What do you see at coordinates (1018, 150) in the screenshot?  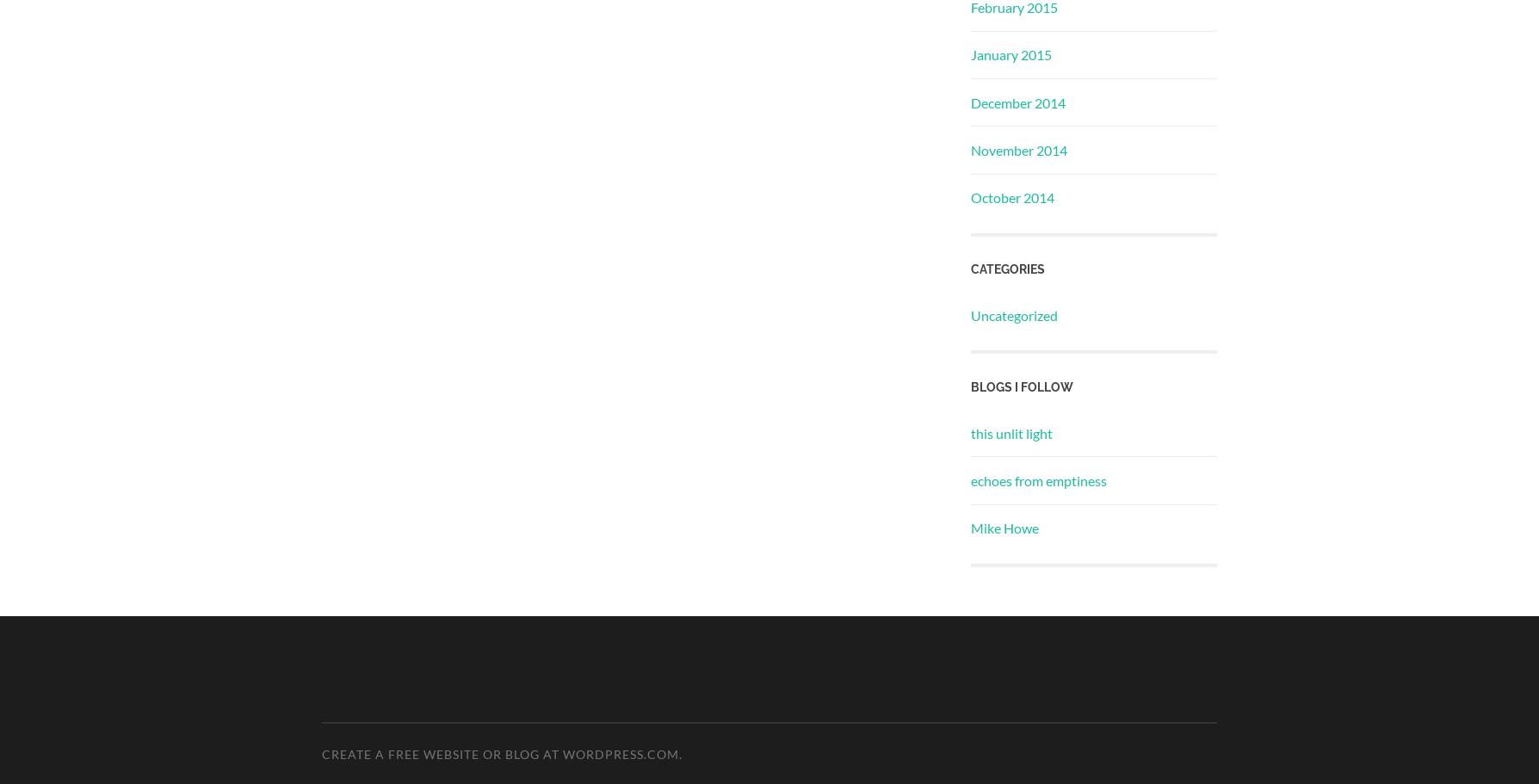 I see `'November 2014'` at bounding box center [1018, 150].